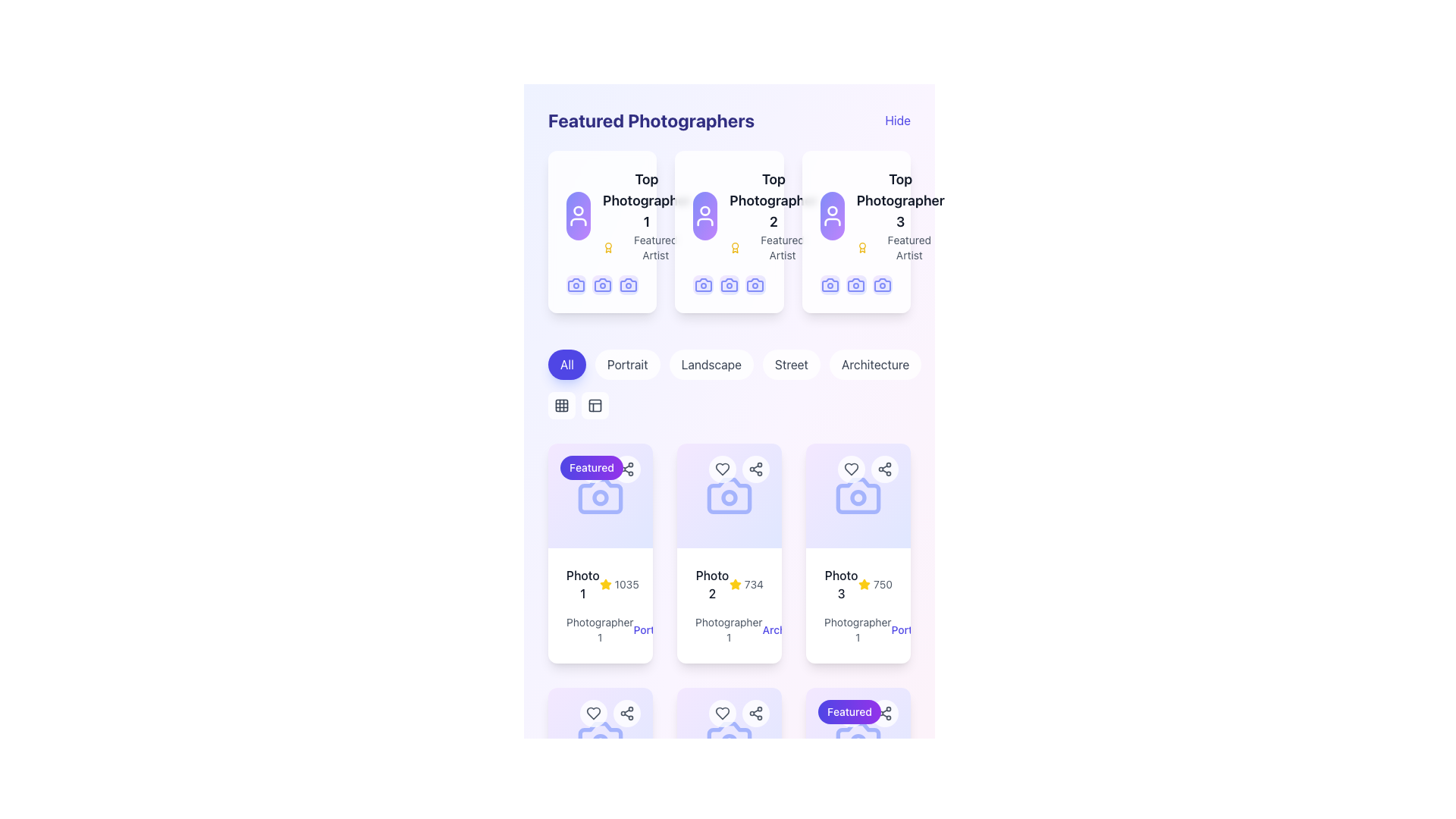  I want to click on the heart icon that serves as a 'like' toggle, located in the upper right corner of the third card in the second row of the grid, so click(592, 714).